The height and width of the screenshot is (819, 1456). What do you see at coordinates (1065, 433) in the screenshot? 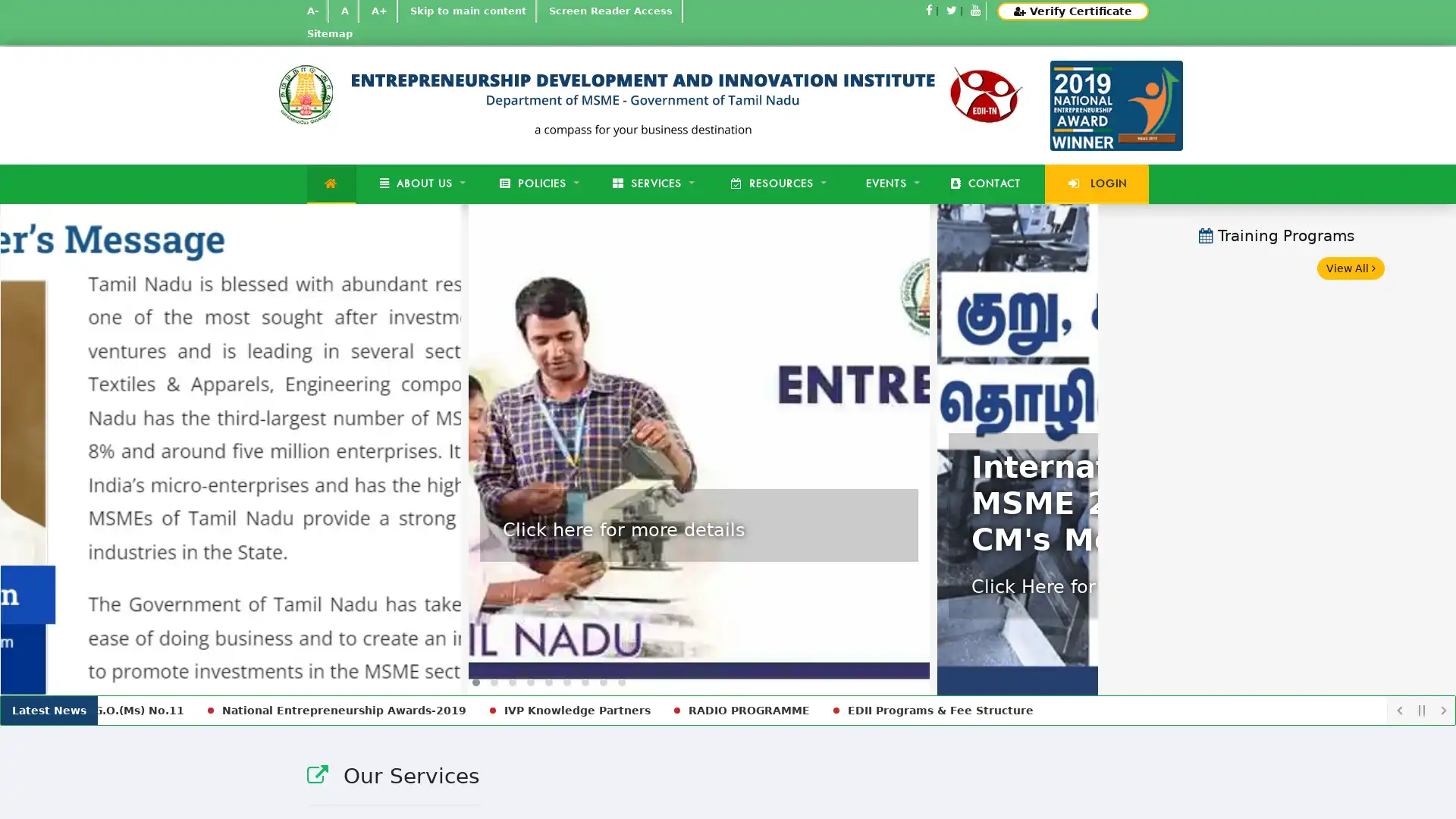
I see `Next` at bounding box center [1065, 433].